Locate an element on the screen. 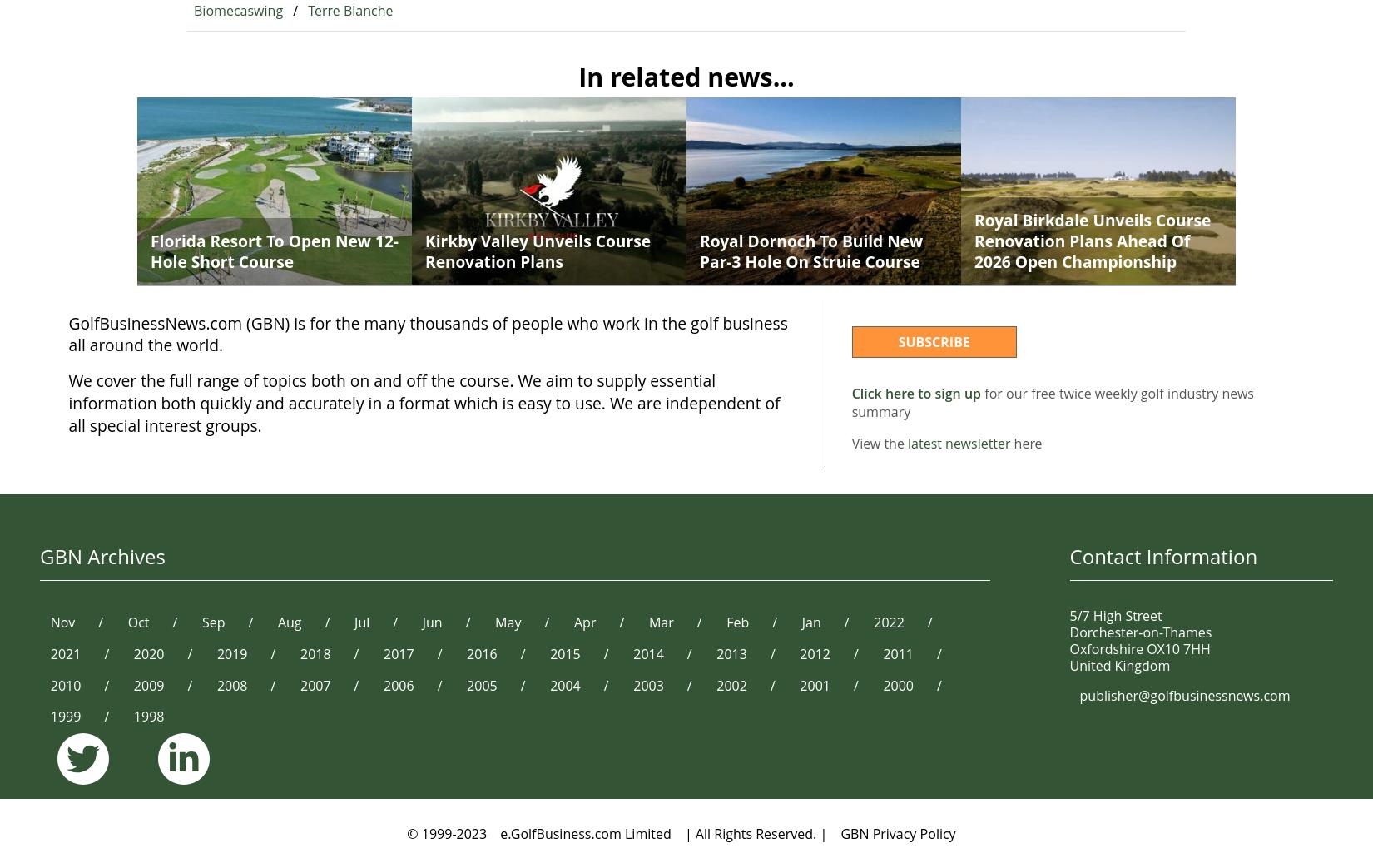 The image size is (1373, 868). '2005' is located at coordinates (480, 685).